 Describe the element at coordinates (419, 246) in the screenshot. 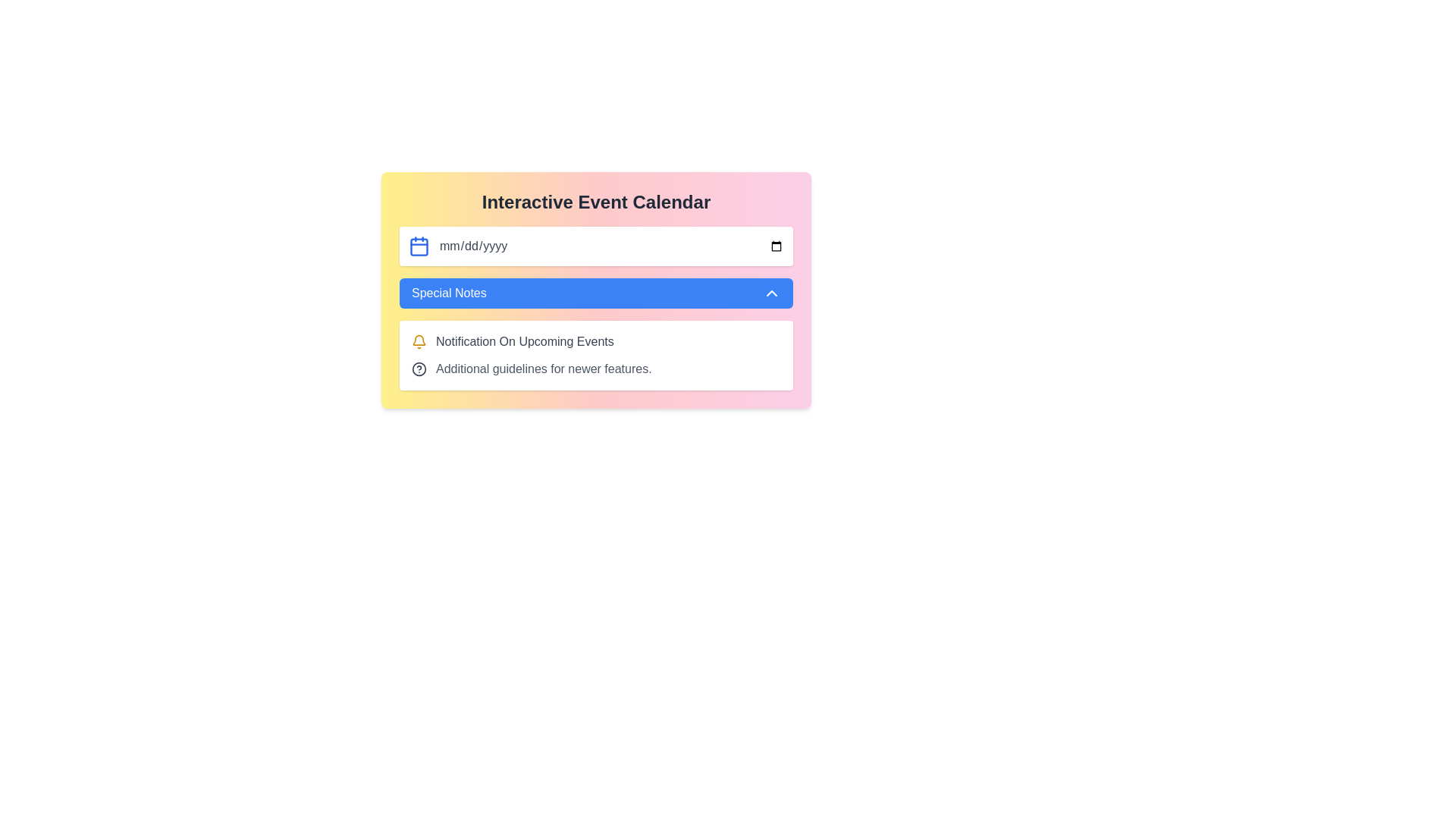

I see `the calendar icon located at the top-left of the input box titled 'mm/dd/yyyy', which serves as a graphical representation of a calendar` at that location.